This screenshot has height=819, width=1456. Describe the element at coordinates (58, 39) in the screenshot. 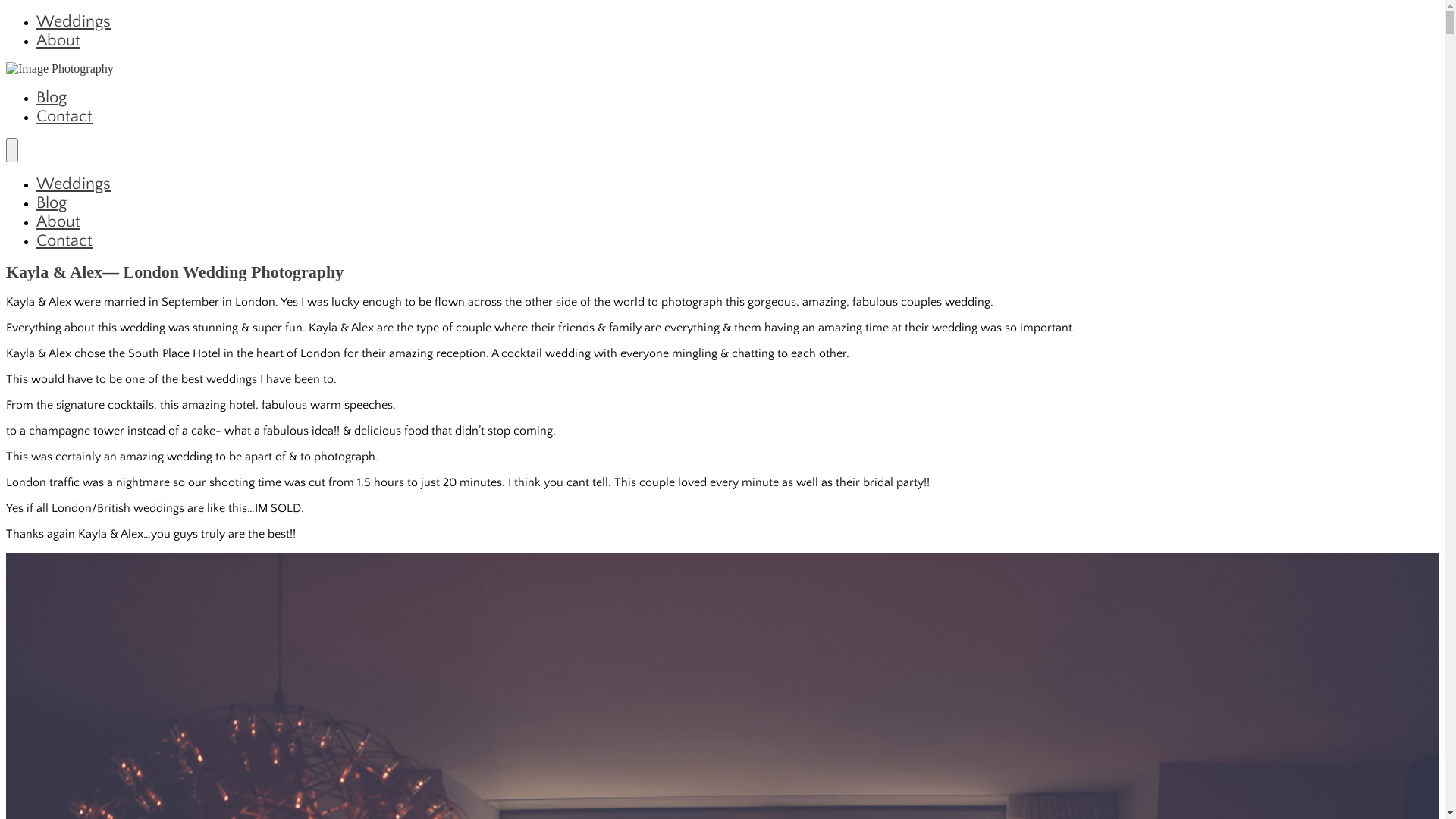

I see `'About'` at that location.